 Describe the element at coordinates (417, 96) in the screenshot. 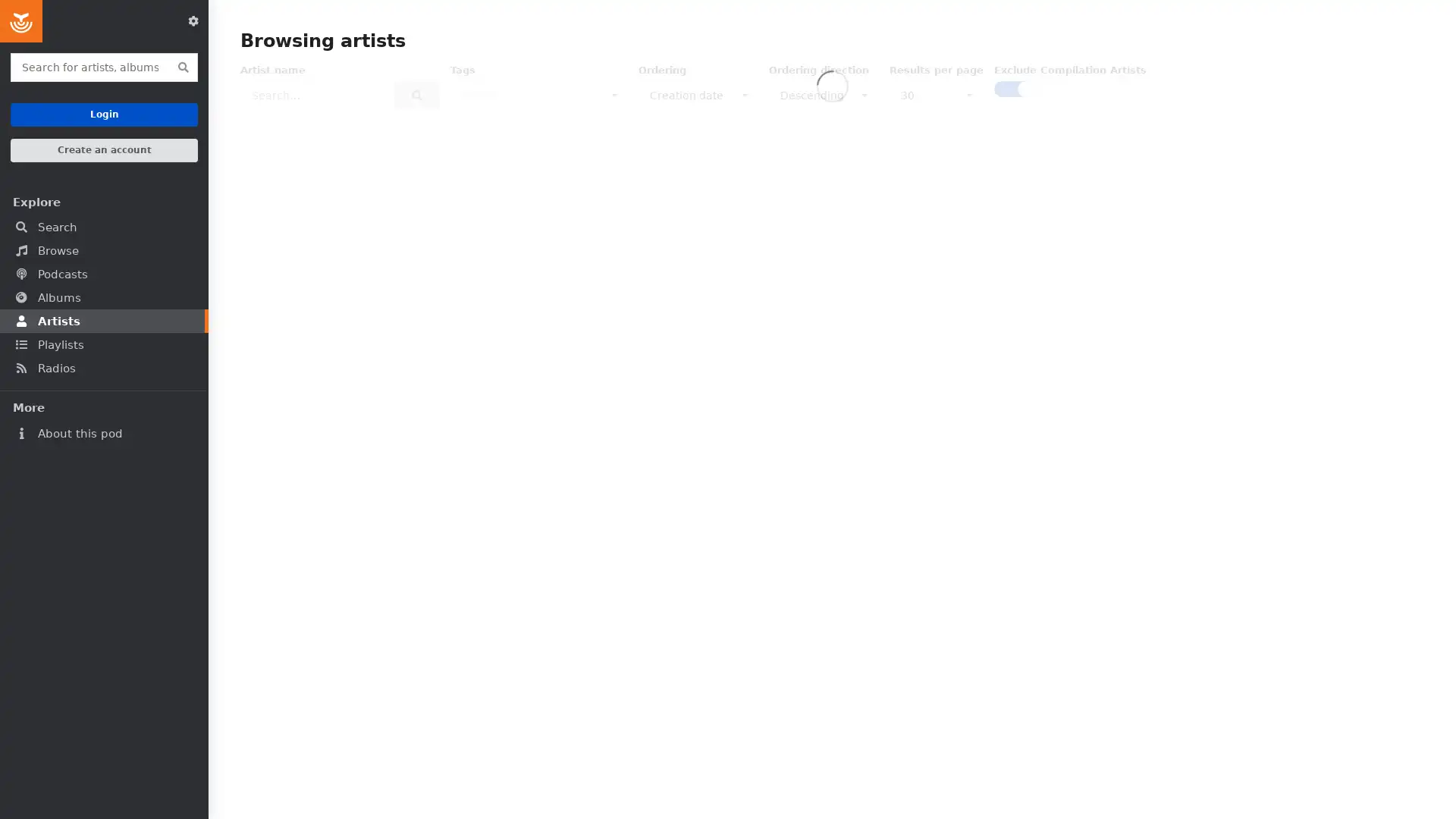

I see `Search` at that location.